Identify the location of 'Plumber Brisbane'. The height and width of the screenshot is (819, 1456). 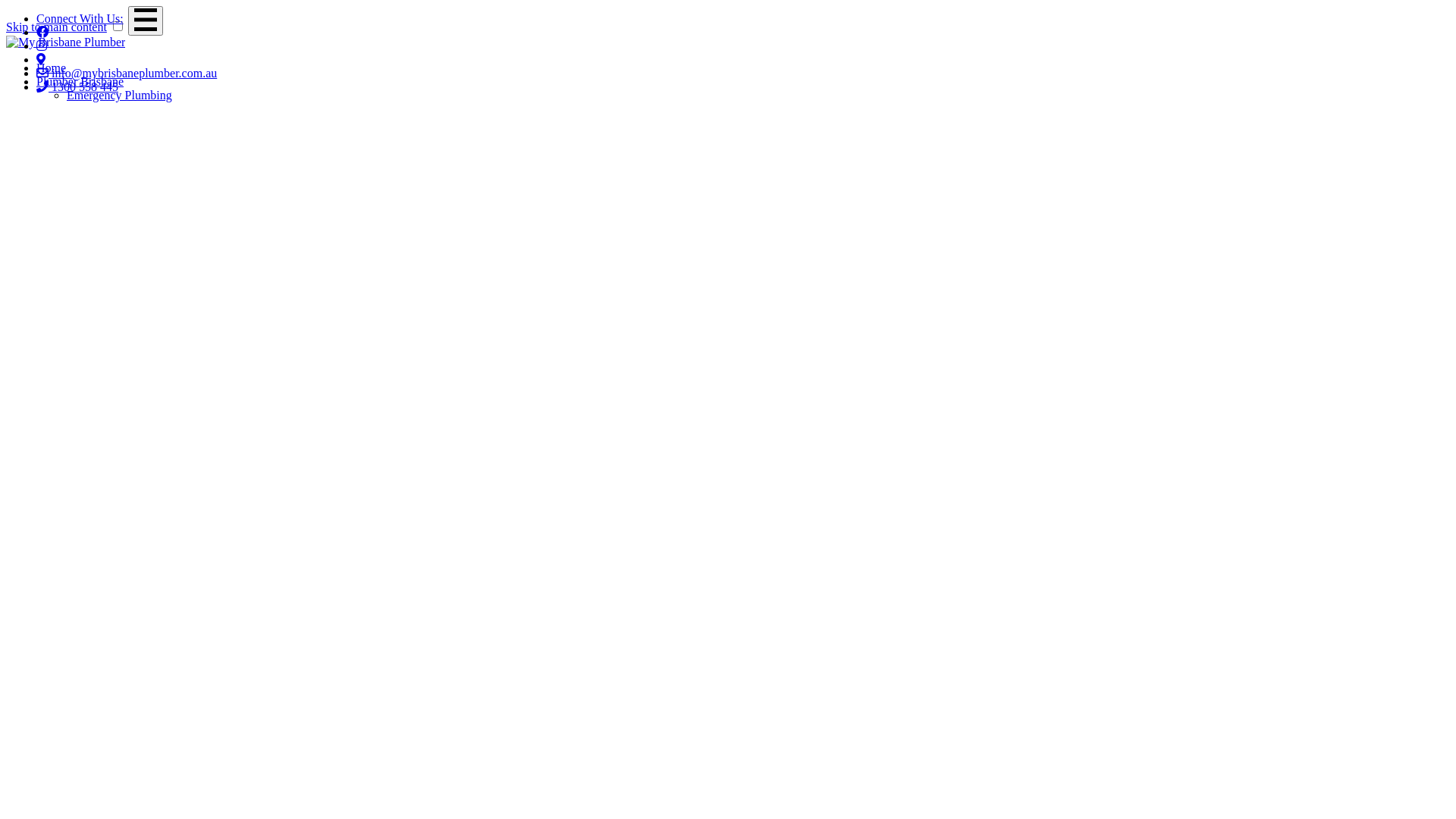
(36, 81).